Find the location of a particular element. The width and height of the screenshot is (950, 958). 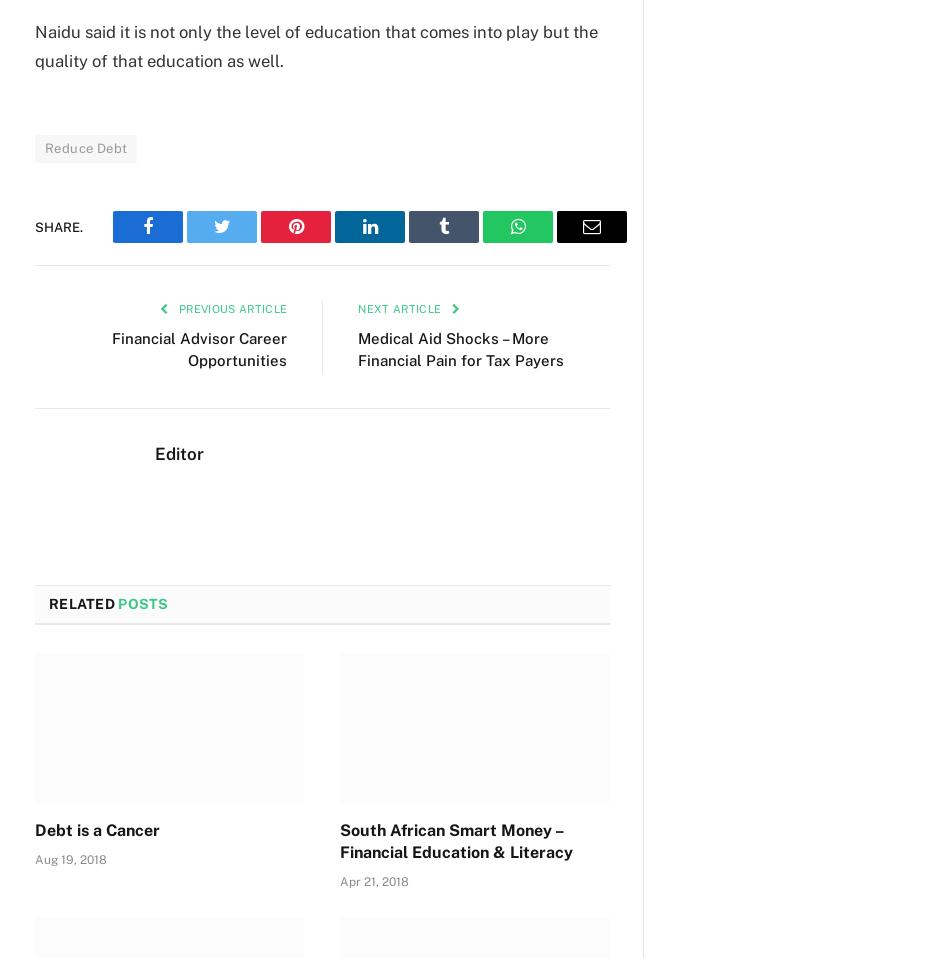

'Debt is a Cancer' is located at coordinates (97, 829).